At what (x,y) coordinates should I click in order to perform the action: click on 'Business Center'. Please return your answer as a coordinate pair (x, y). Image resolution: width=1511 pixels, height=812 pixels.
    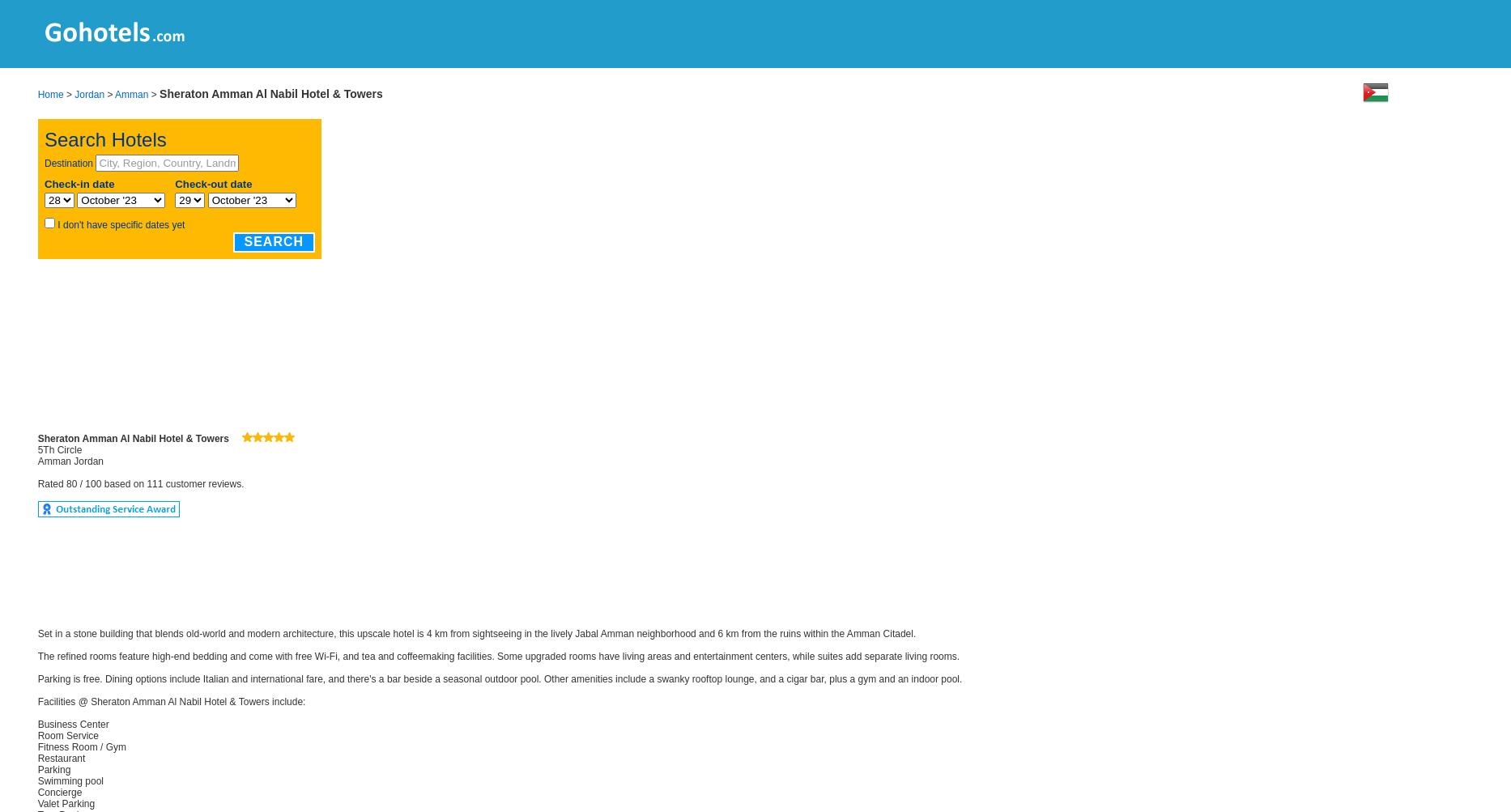
    Looking at the image, I should click on (72, 724).